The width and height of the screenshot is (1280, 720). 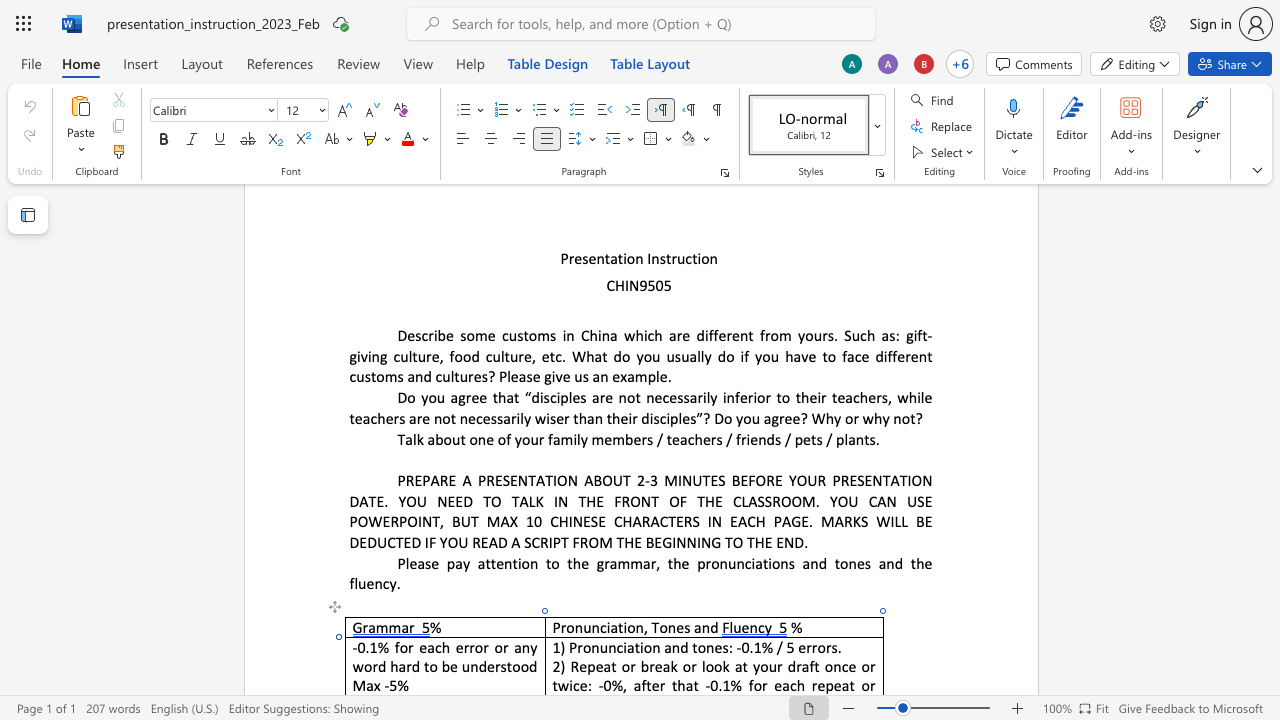 What do you see at coordinates (506, 666) in the screenshot?
I see `the space between the continuous character "s" and "t" in the text` at bounding box center [506, 666].